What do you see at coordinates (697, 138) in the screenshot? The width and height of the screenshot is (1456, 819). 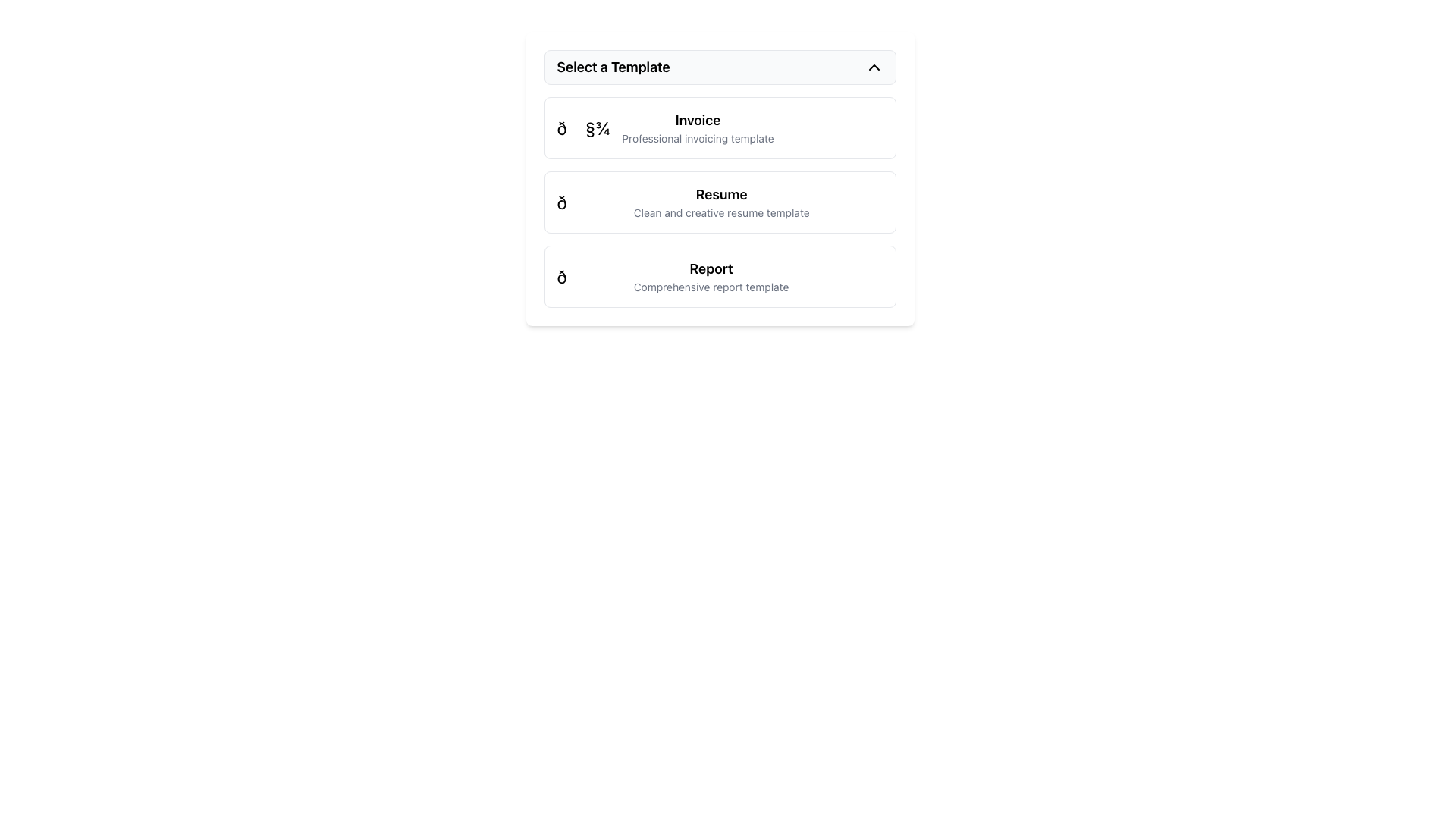 I see `descriptive text label located below the 'Invoice' option in the template selection list, which provides additional information about the 'Invoice' selection` at bounding box center [697, 138].